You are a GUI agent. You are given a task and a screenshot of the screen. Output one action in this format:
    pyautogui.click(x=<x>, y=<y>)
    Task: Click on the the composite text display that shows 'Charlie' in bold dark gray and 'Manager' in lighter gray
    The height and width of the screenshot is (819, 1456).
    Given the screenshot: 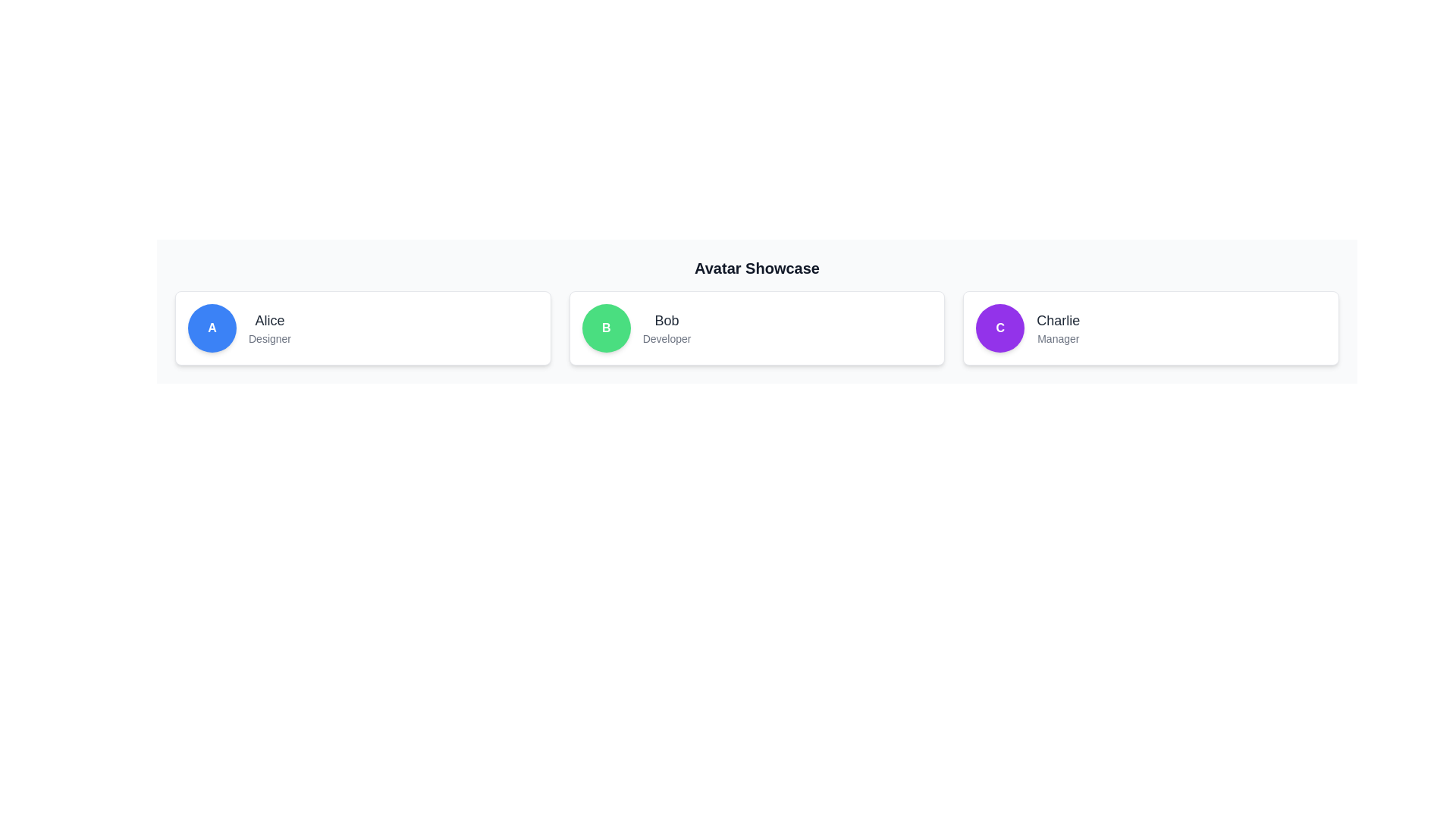 What is the action you would take?
    pyautogui.click(x=1057, y=327)
    